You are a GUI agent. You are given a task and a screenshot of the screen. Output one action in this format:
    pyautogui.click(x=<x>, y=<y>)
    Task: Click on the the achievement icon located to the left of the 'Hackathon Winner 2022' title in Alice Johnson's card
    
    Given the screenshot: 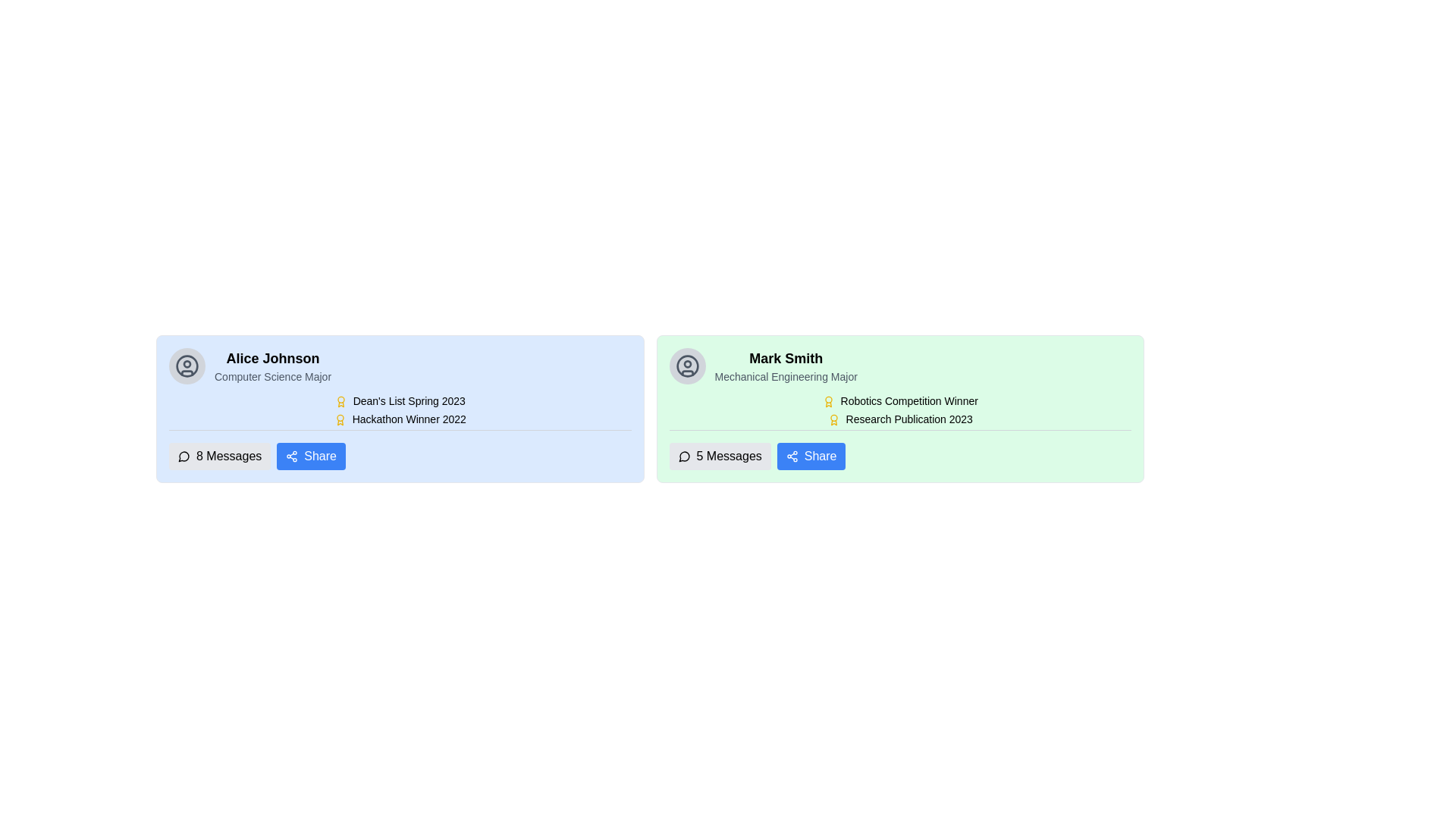 What is the action you would take?
    pyautogui.click(x=339, y=420)
    